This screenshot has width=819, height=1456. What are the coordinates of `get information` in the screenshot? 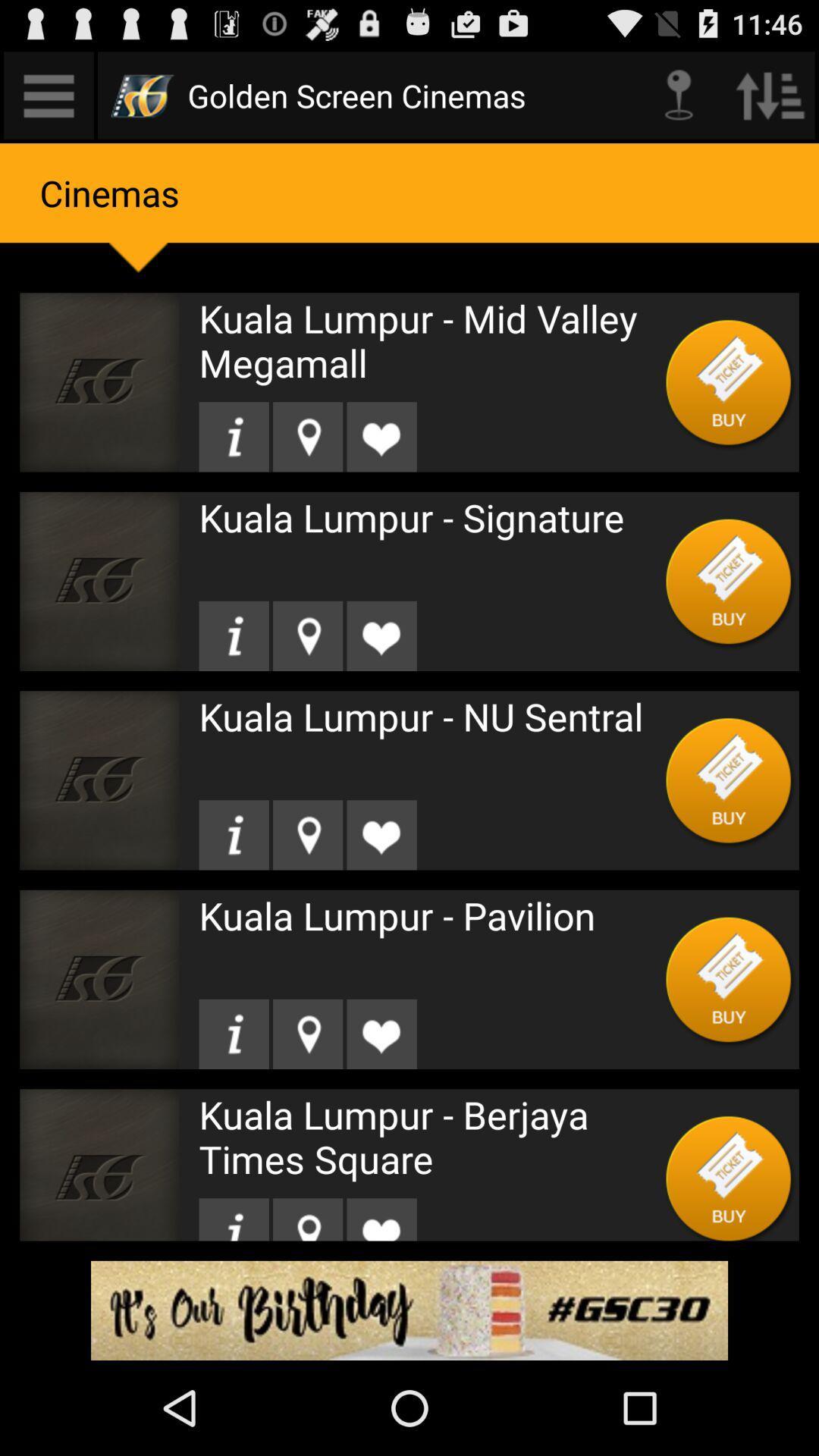 It's located at (234, 1033).